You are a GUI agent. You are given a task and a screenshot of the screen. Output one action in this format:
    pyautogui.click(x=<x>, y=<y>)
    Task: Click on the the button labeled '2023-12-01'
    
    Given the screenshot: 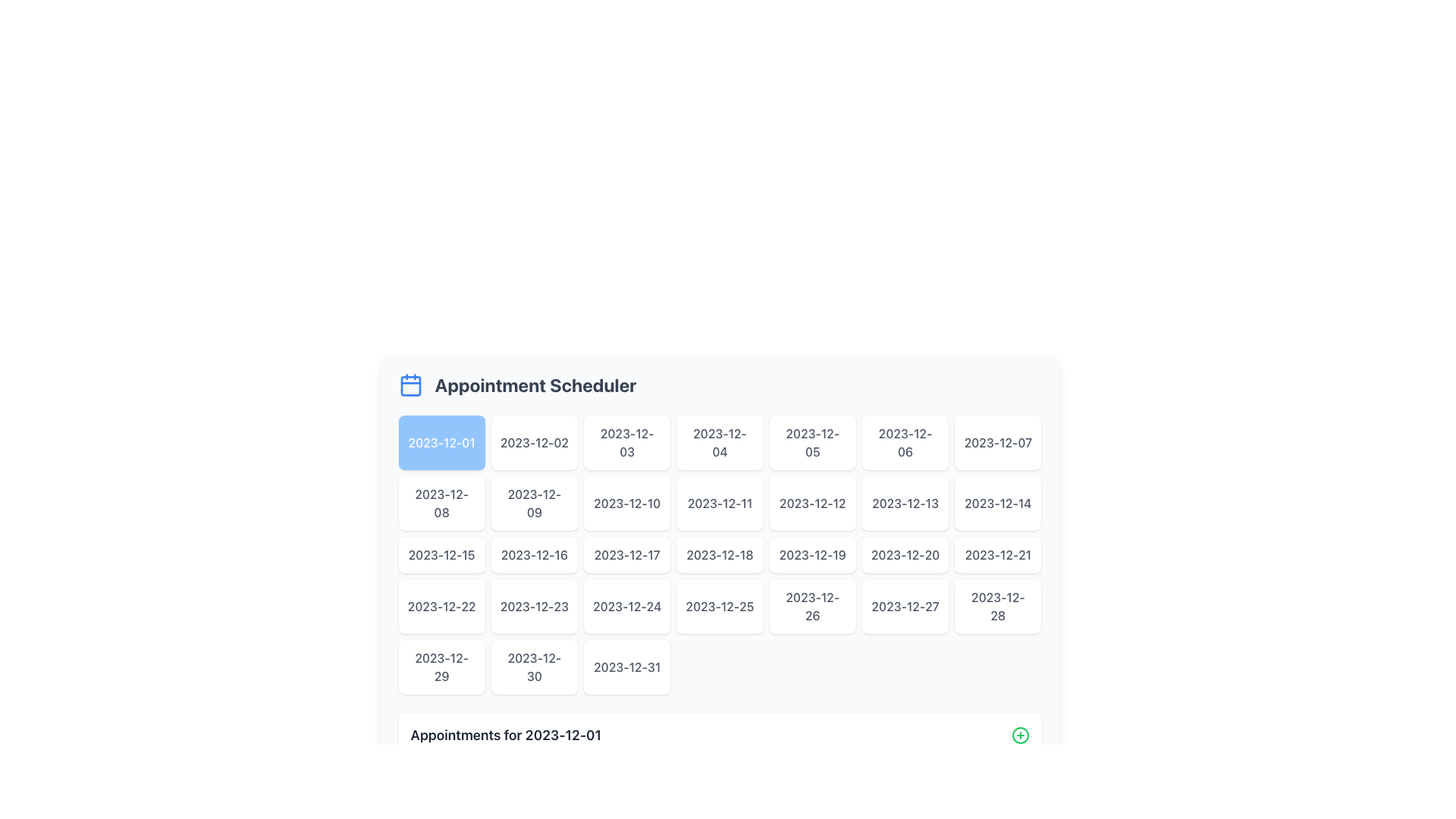 What is the action you would take?
    pyautogui.click(x=441, y=442)
    